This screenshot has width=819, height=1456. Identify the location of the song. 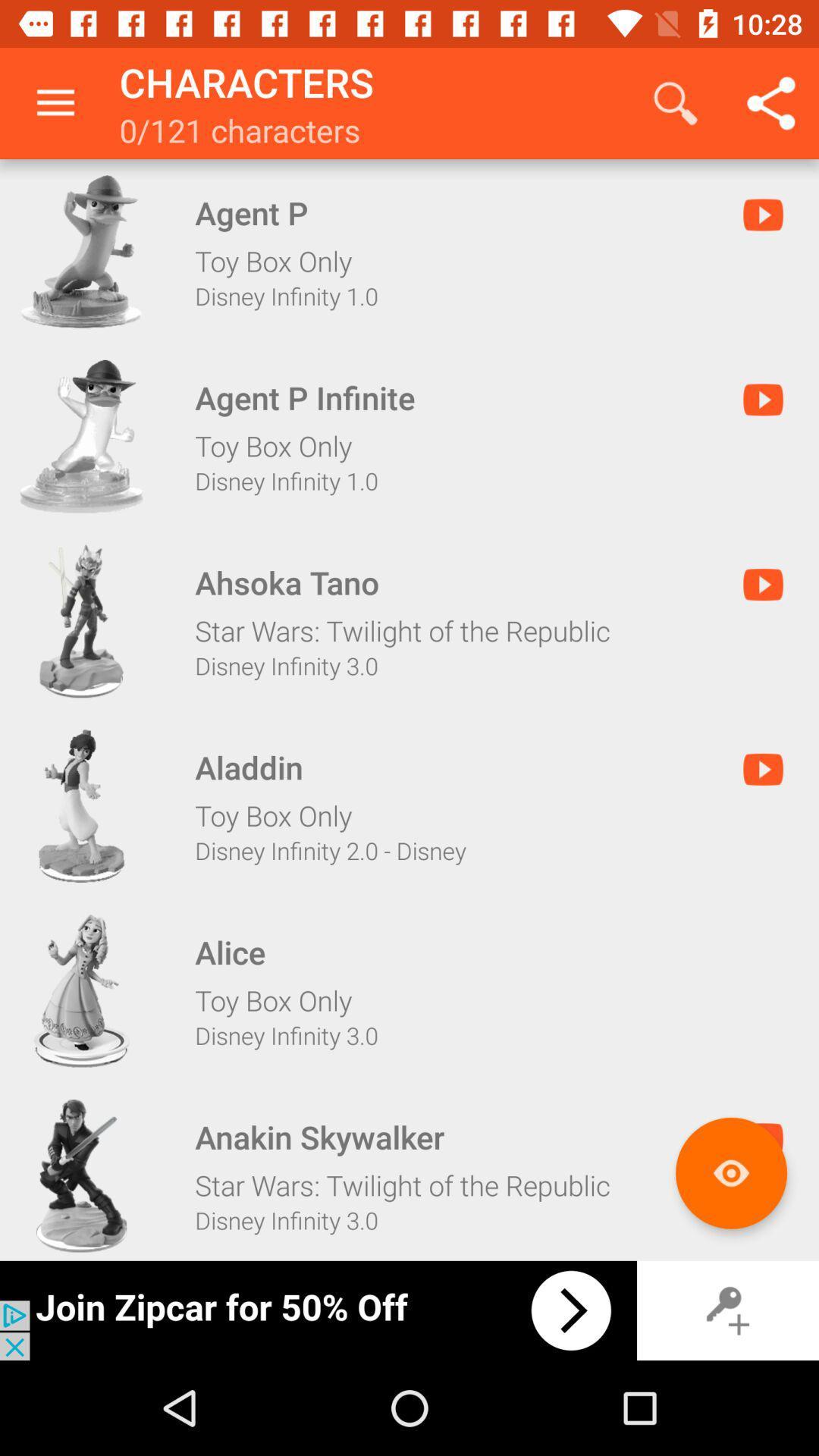
(81, 251).